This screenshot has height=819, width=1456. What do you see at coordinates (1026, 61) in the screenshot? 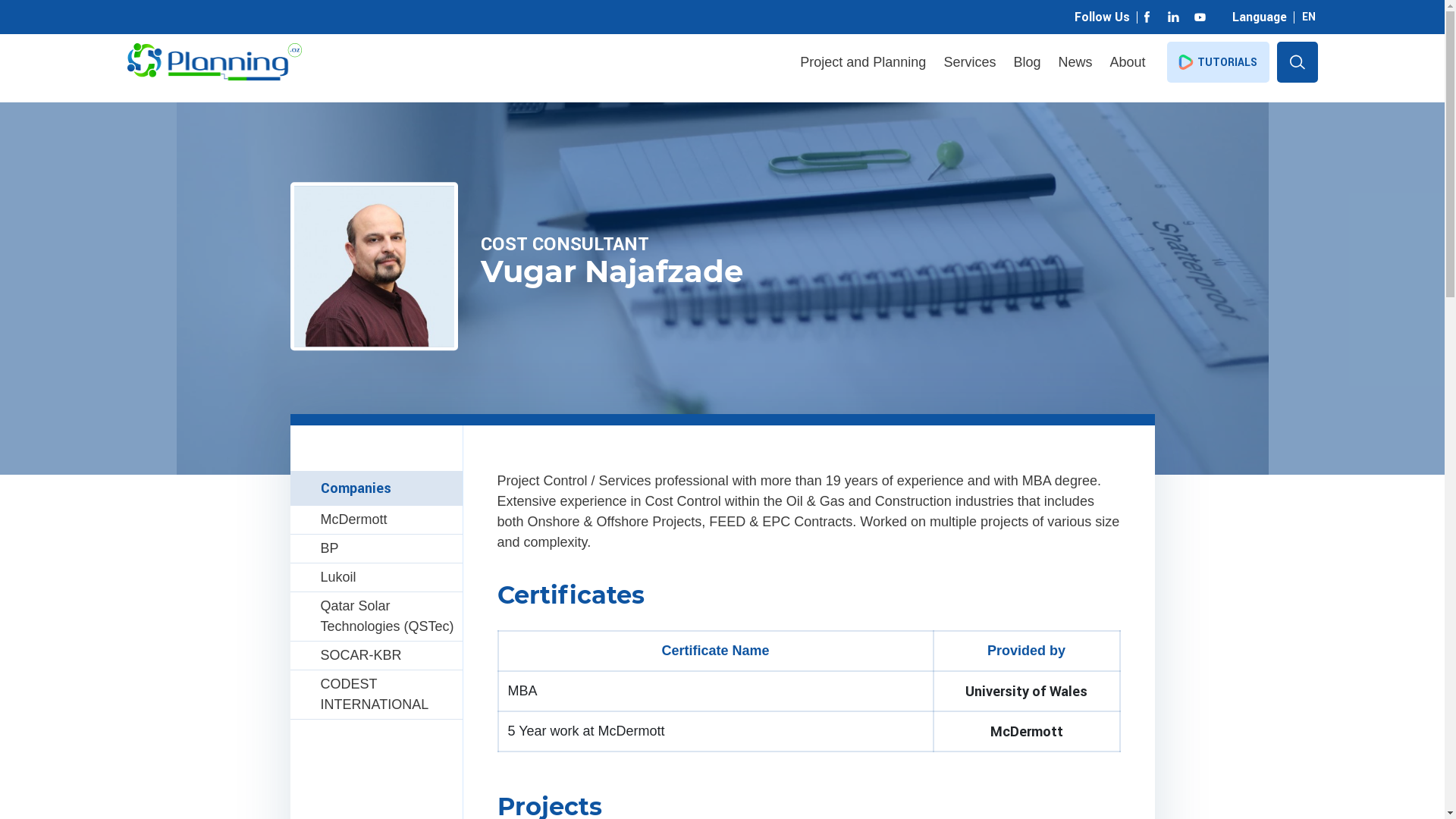
I see `'Blog'` at bounding box center [1026, 61].